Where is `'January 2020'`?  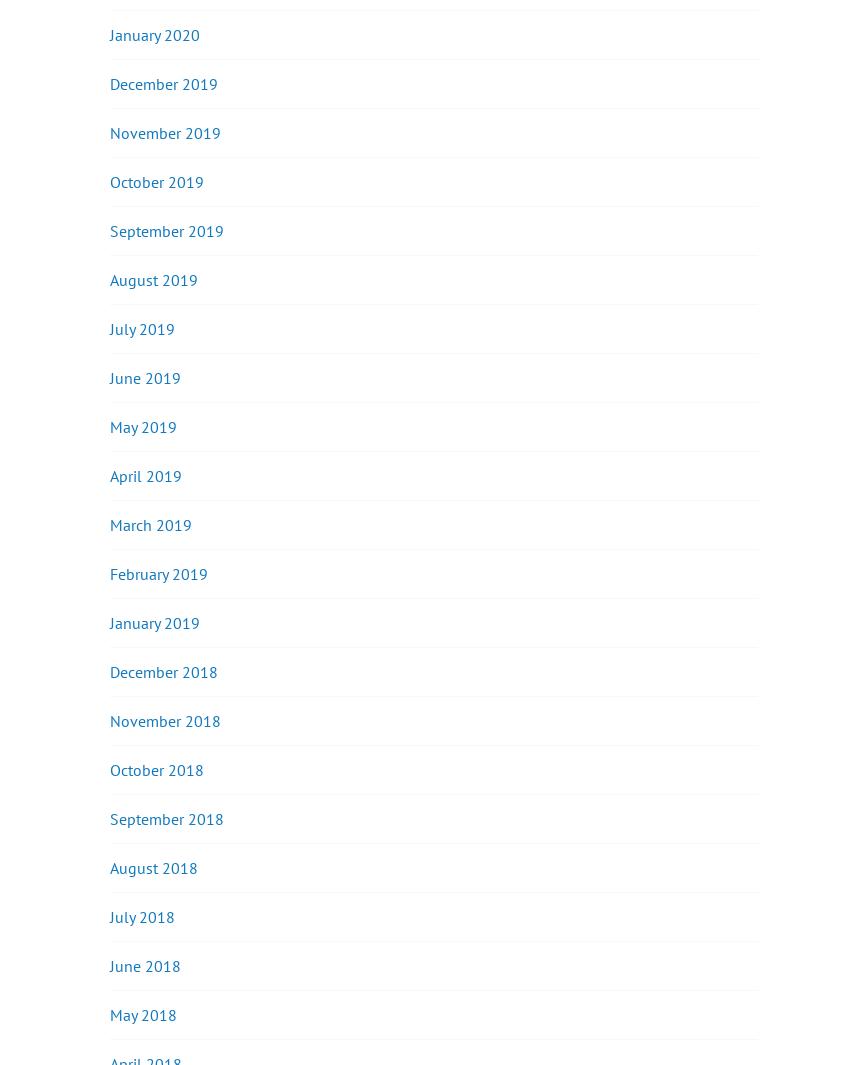
'January 2020' is located at coordinates (155, 32).